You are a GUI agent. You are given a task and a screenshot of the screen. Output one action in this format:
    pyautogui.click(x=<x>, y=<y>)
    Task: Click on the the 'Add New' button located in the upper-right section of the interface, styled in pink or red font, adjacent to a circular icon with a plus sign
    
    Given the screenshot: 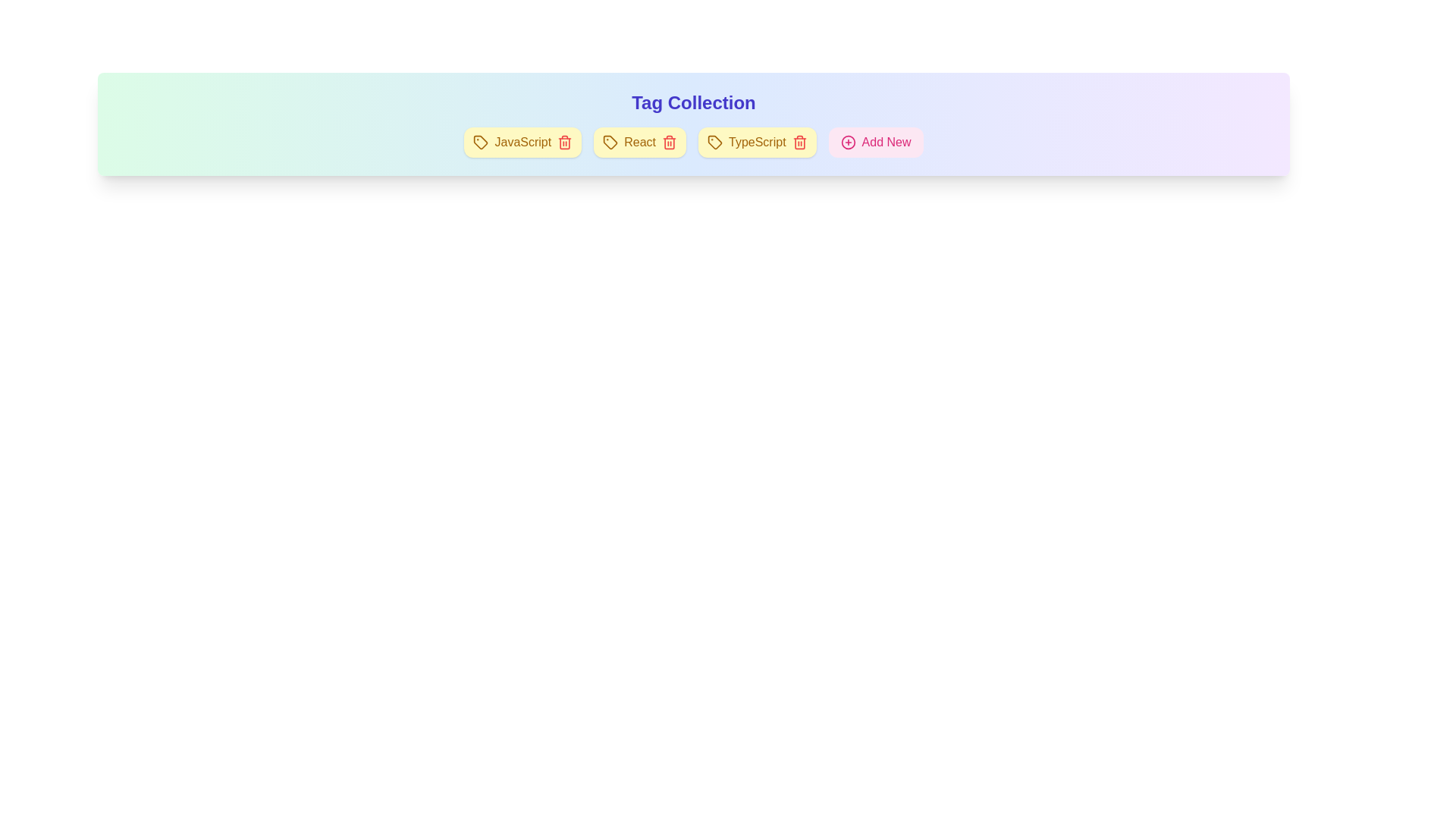 What is the action you would take?
    pyautogui.click(x=886, y=143)
    